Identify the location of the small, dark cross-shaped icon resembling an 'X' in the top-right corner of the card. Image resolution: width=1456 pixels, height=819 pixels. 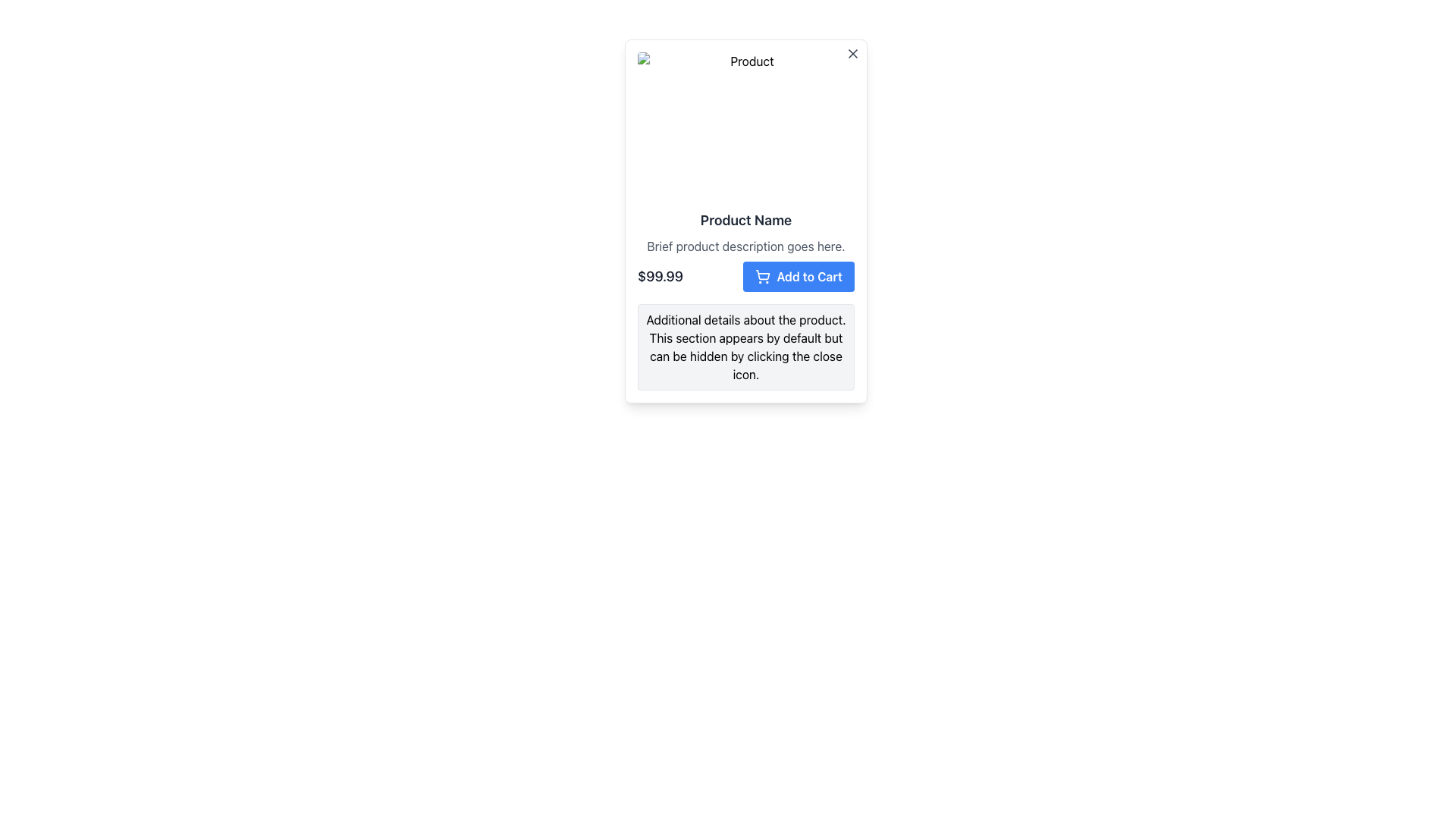
(852, 52).